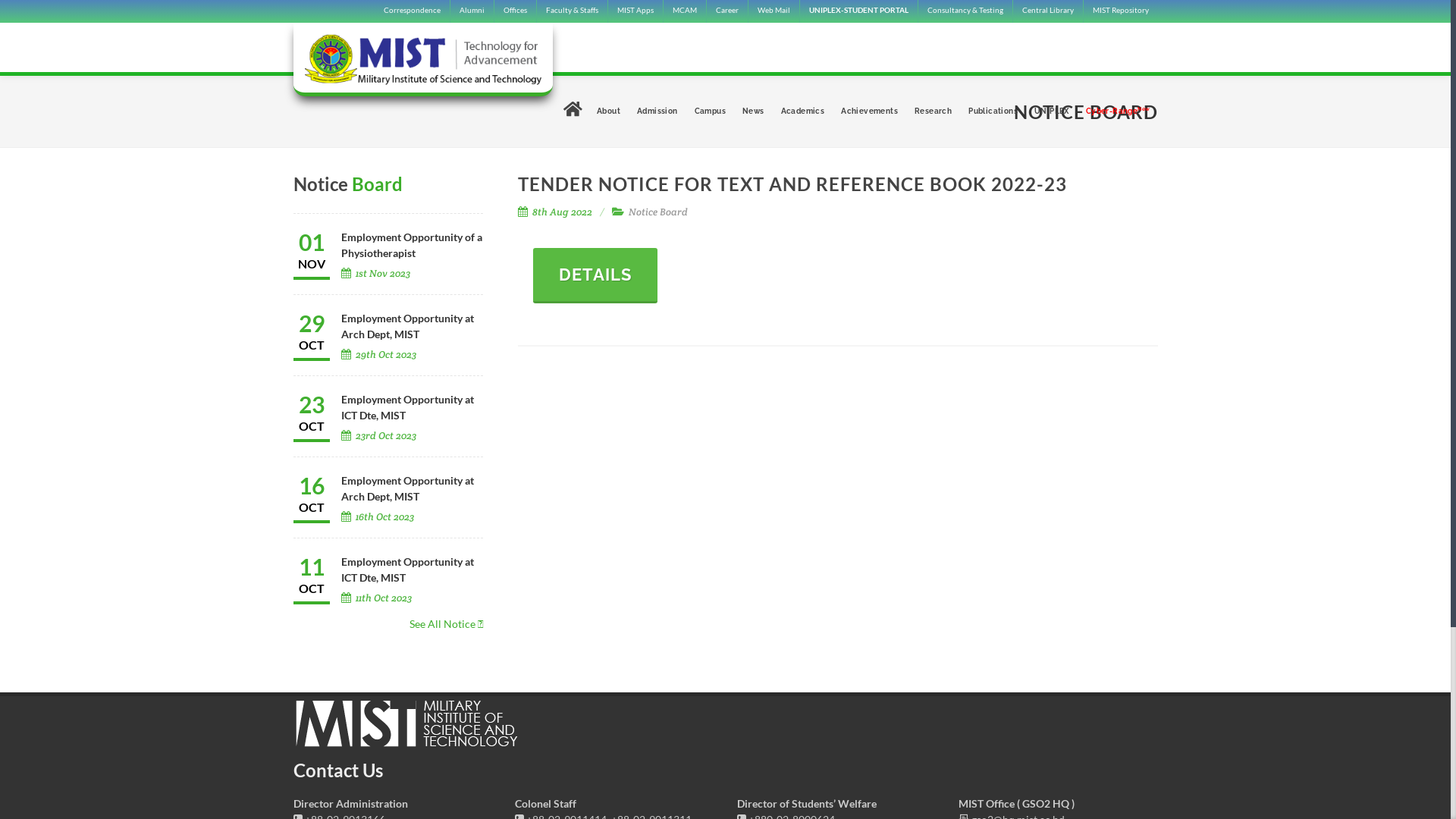 The width and height of the screenshot is (1456, 819). I want to click on 'Employment Opportunity of a Physiotherapist', so click(411, 244).